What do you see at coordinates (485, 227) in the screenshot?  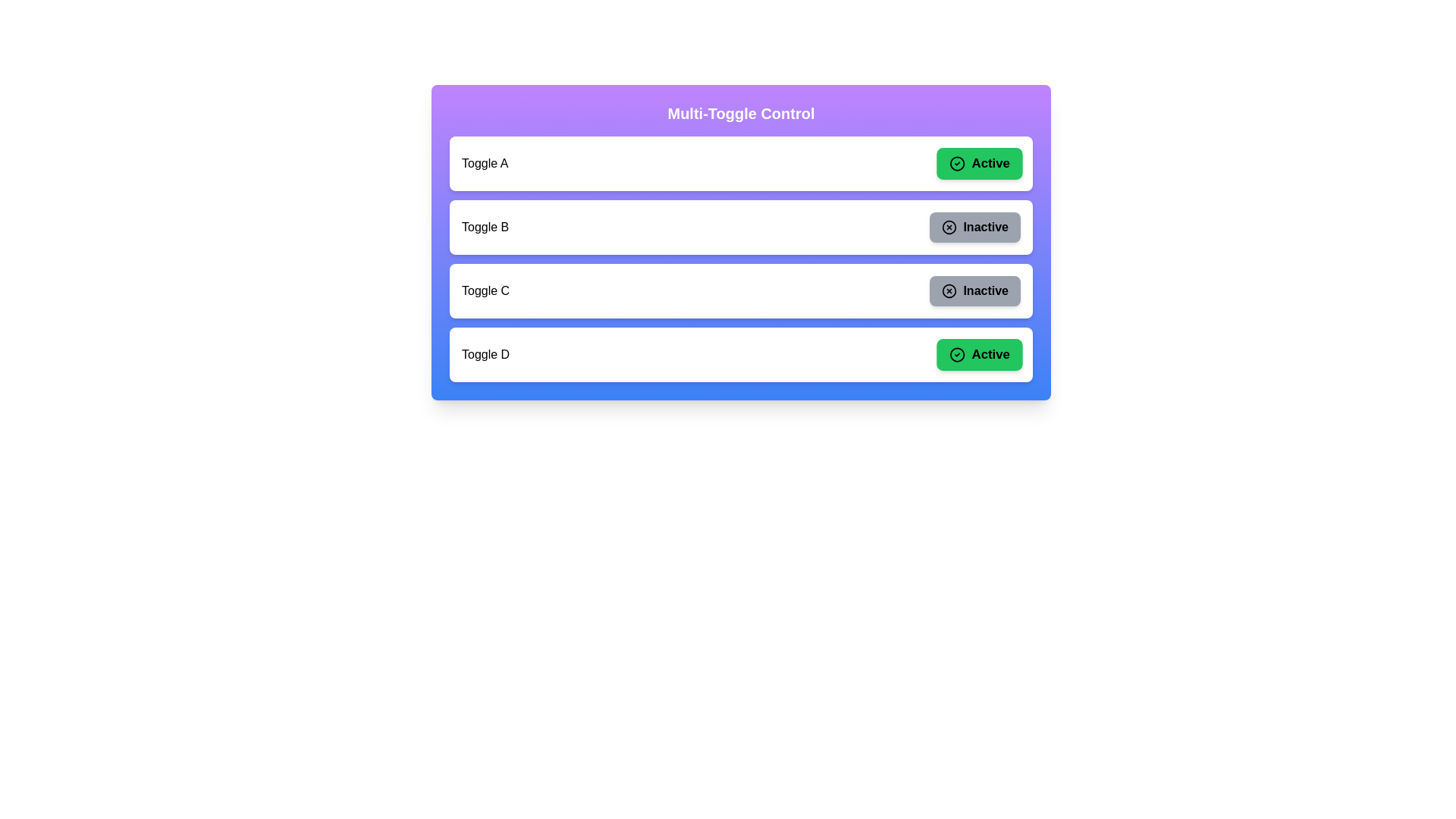 I see `the static text label displaying 'Toggle B', which is part of a control card with a white background and rounded corners, located in the second card from the top of the toggle controls list` at bounding box center [485, 227].